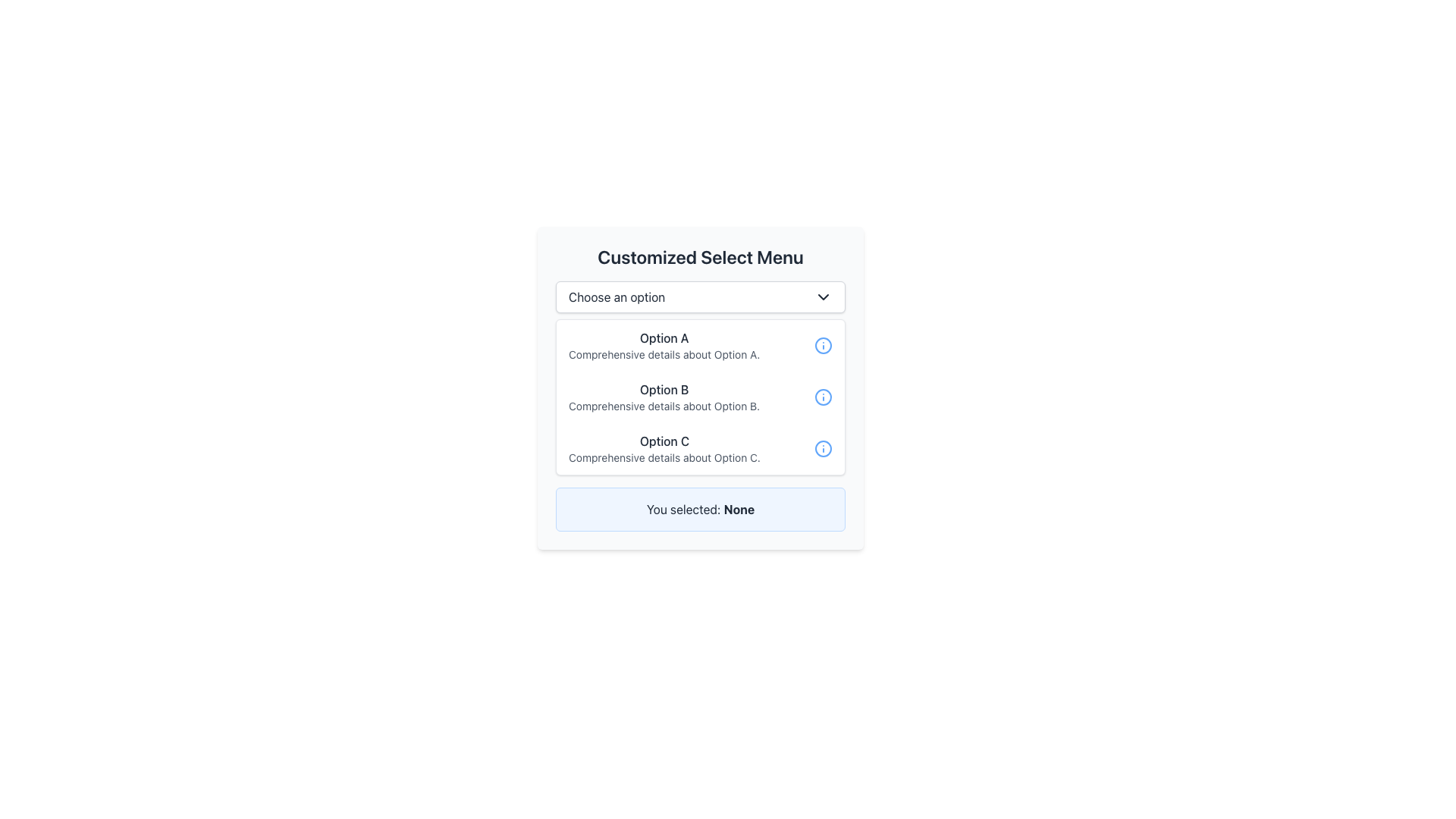 The height and width of the screenshot is (819, 1456). I want to click on the bold text label that indicates the current selection status, which reads 'You selected: None', so click(739, 509).